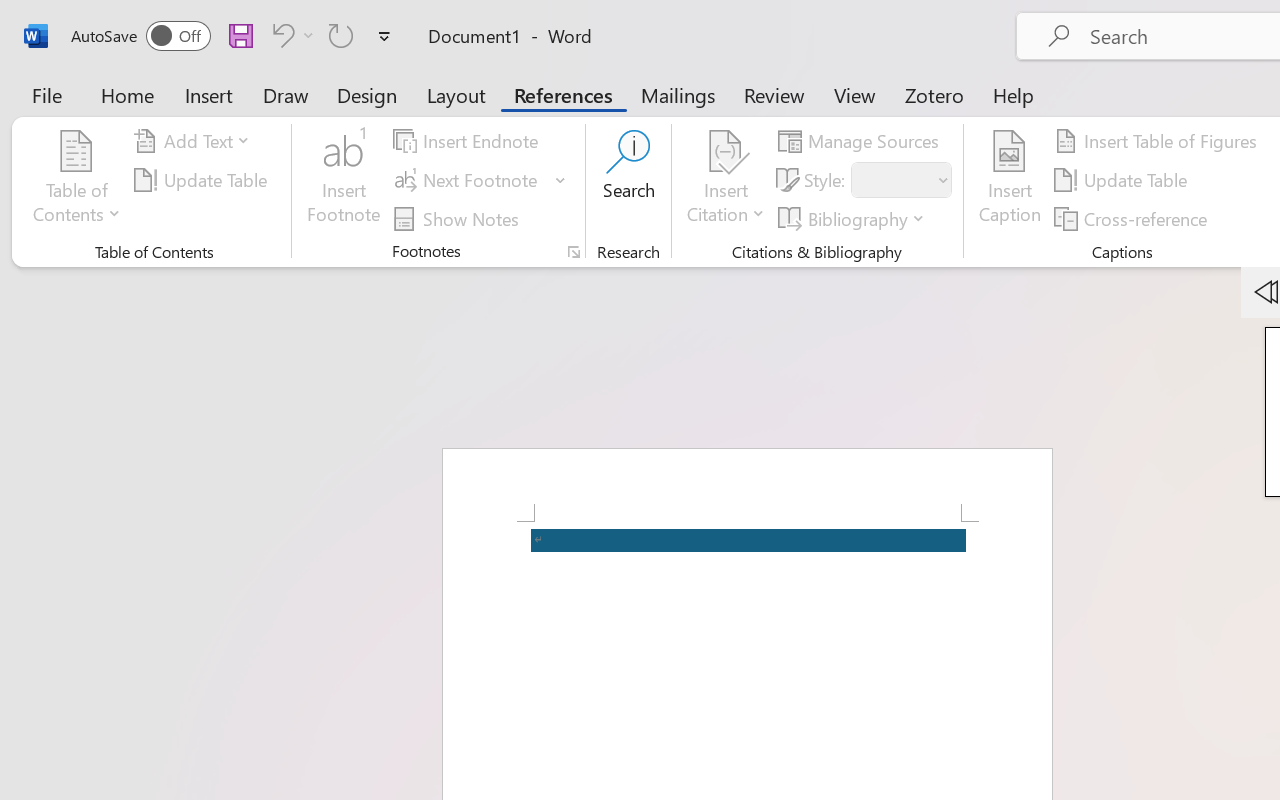 This screenshot has height=800, width=1280. Describe the element at coordinates (855, 218) in the screenshot. I see `'Bibliography'` at that location.